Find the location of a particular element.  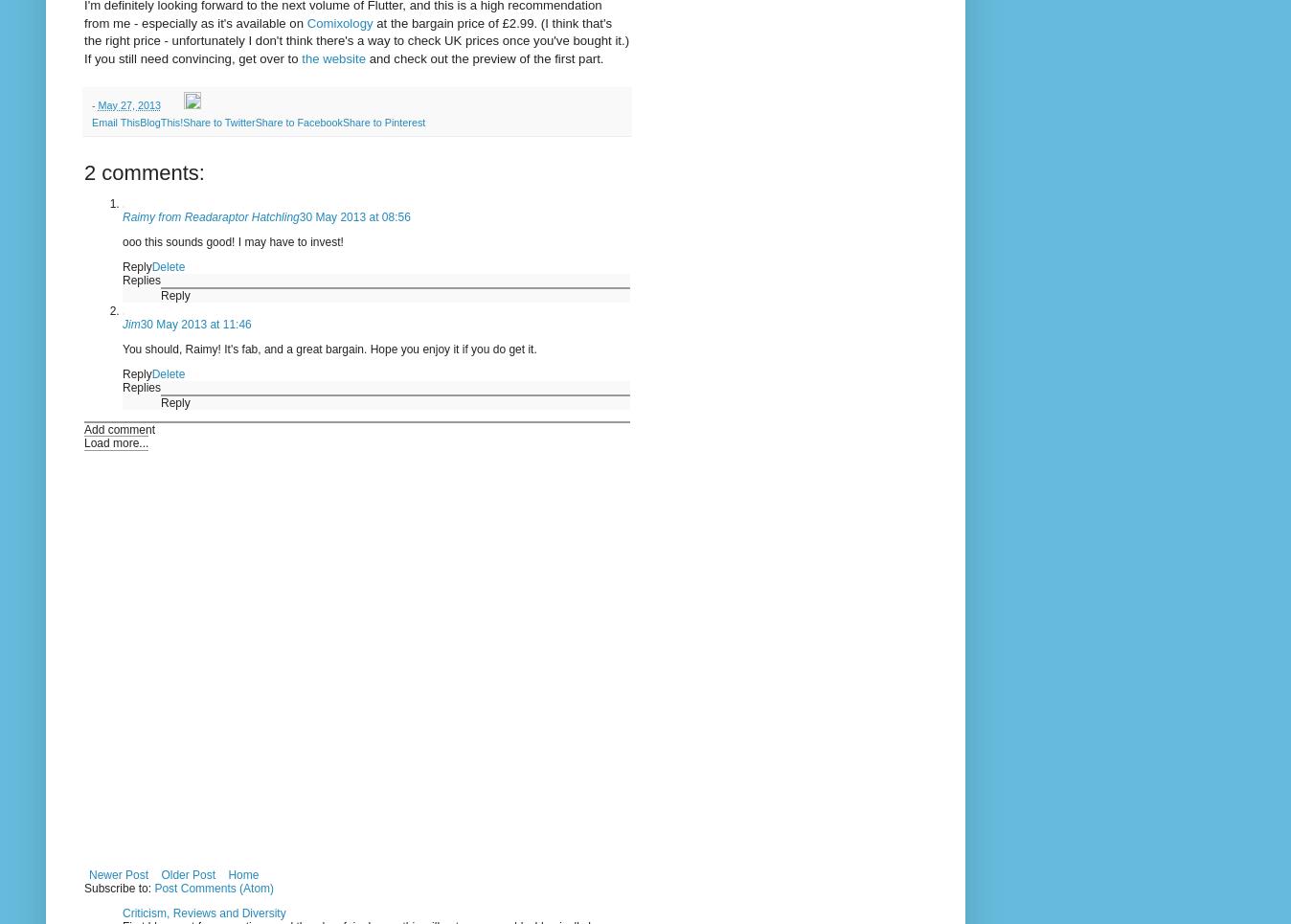

'30 May 2013 at 08:56' is located at coordinates (353, 215).